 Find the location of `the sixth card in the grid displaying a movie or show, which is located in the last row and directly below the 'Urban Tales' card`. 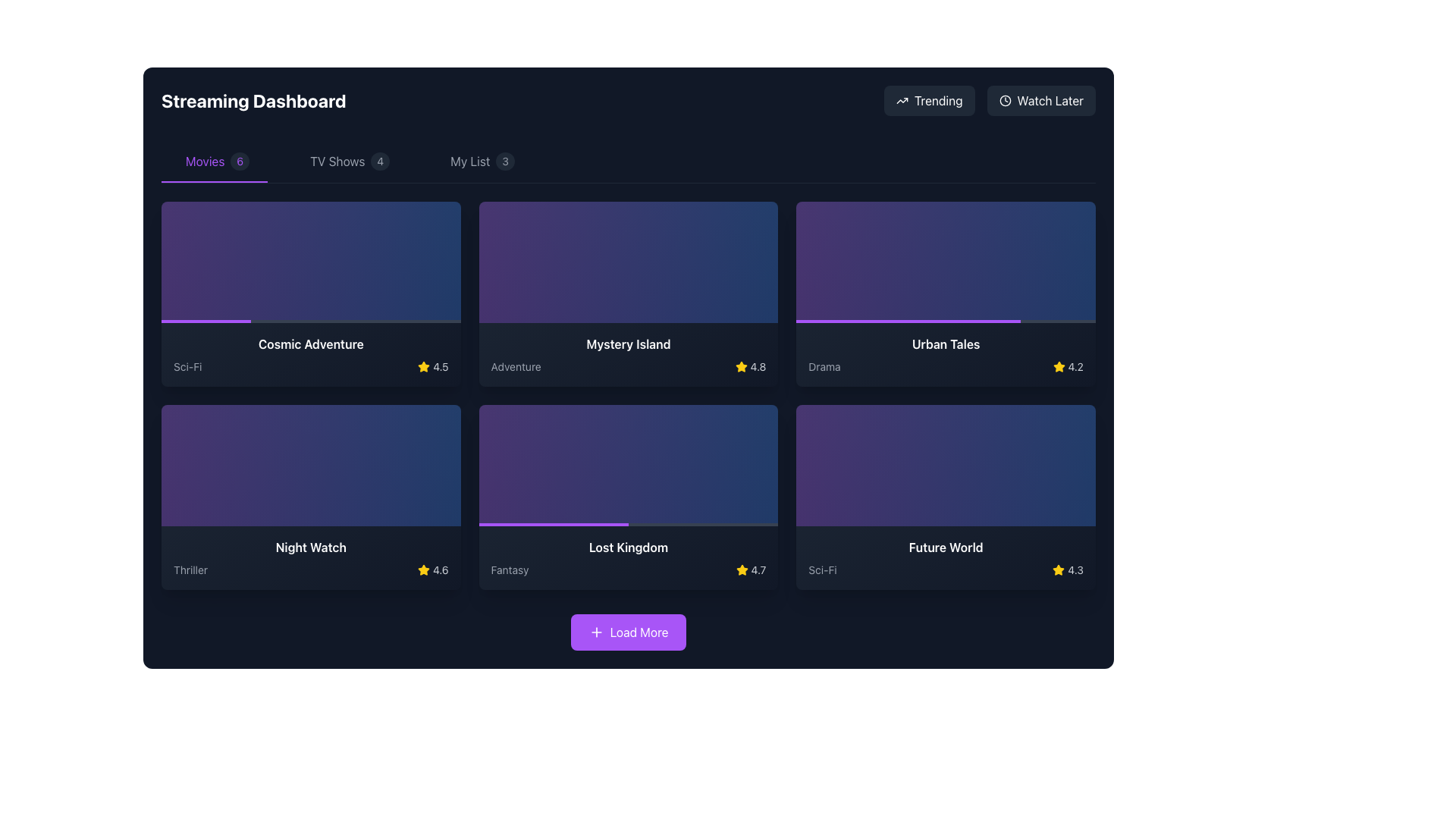

the sixth card in the grid displaying a movie or show, which is located in the last row and directly below the 'Urban Tales' card is located at coordinates (945, 497).